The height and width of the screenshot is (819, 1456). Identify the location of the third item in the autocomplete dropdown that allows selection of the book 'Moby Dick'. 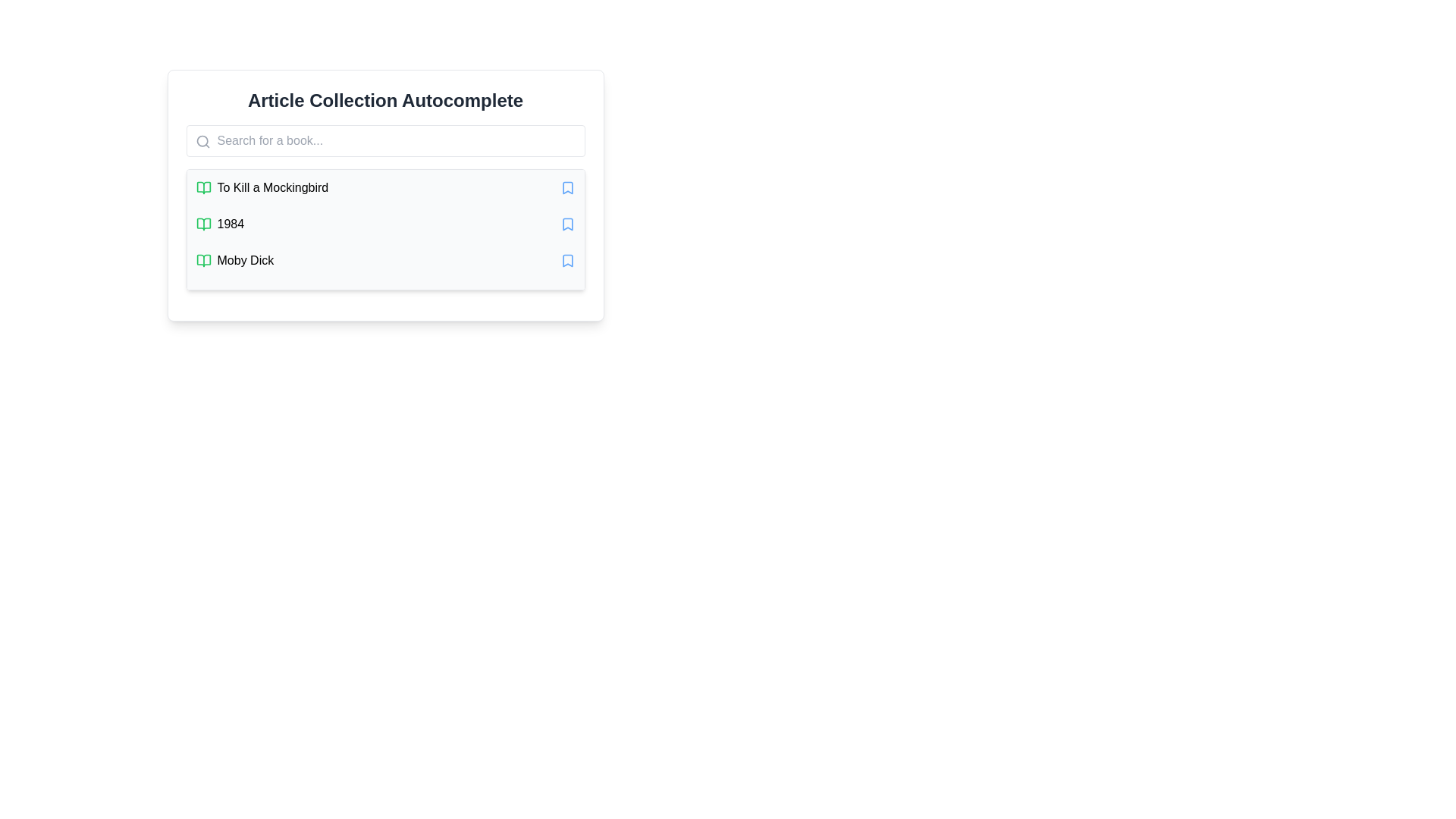
(385, 259).